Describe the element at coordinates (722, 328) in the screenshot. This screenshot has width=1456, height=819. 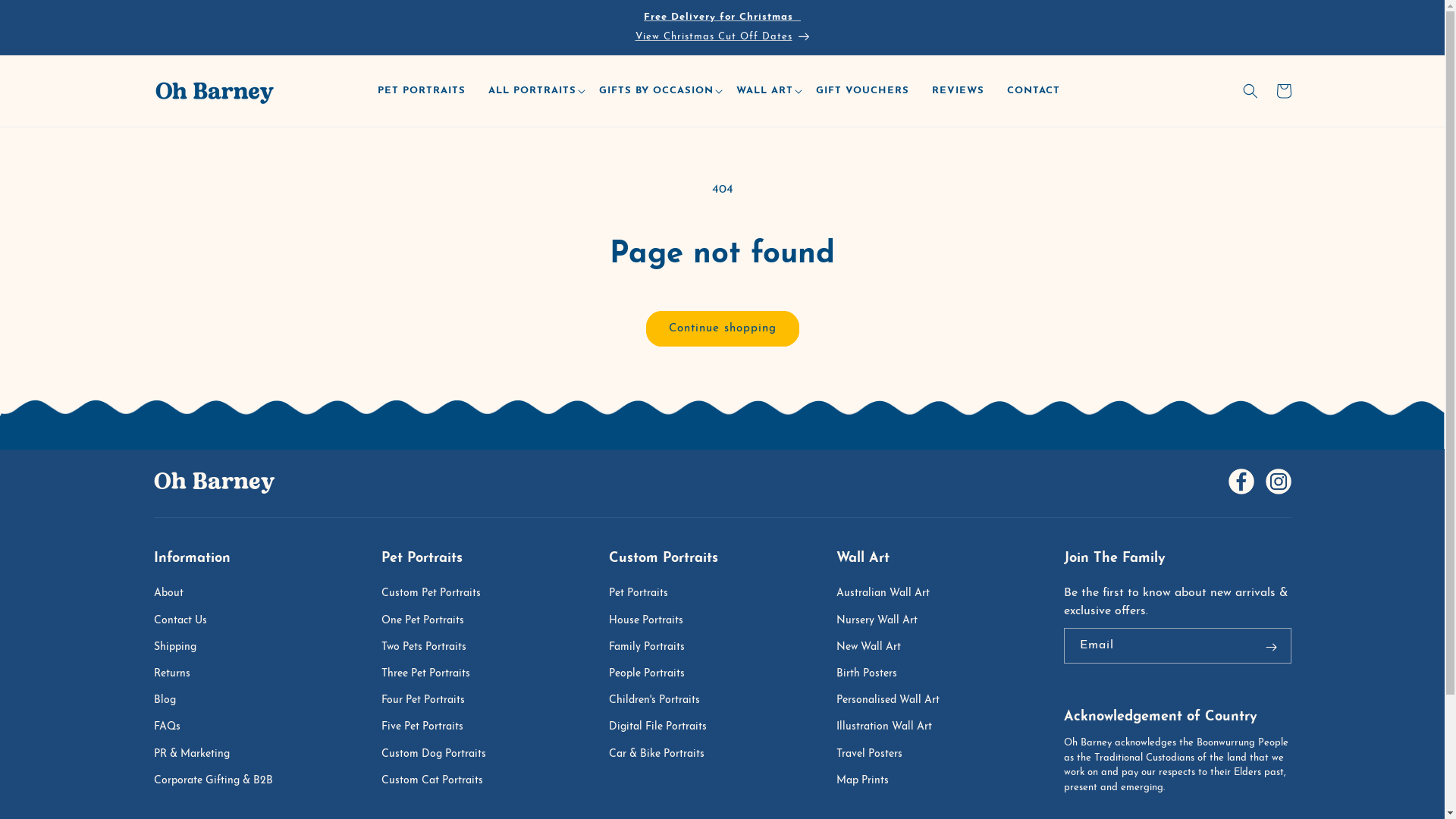
I see `'Continue shopping'` at that location.